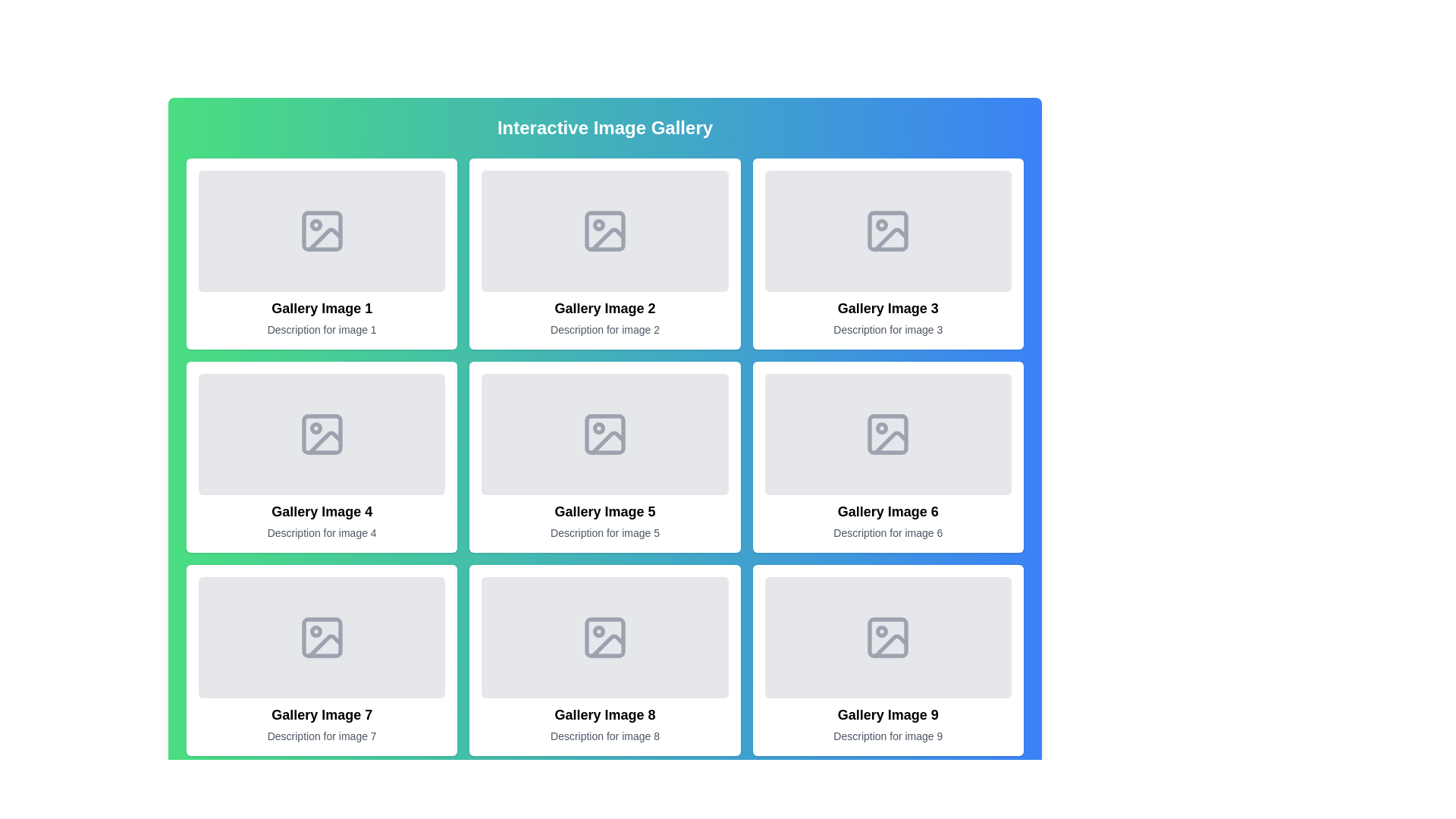 Image resolution: width=1456 pixels, height=819 pixels. I want to click on the image placeholder located in the ninth position of the 3x3 grid in the 'Interactive Image Gallery' section as a visual reference, so click(888, 637).